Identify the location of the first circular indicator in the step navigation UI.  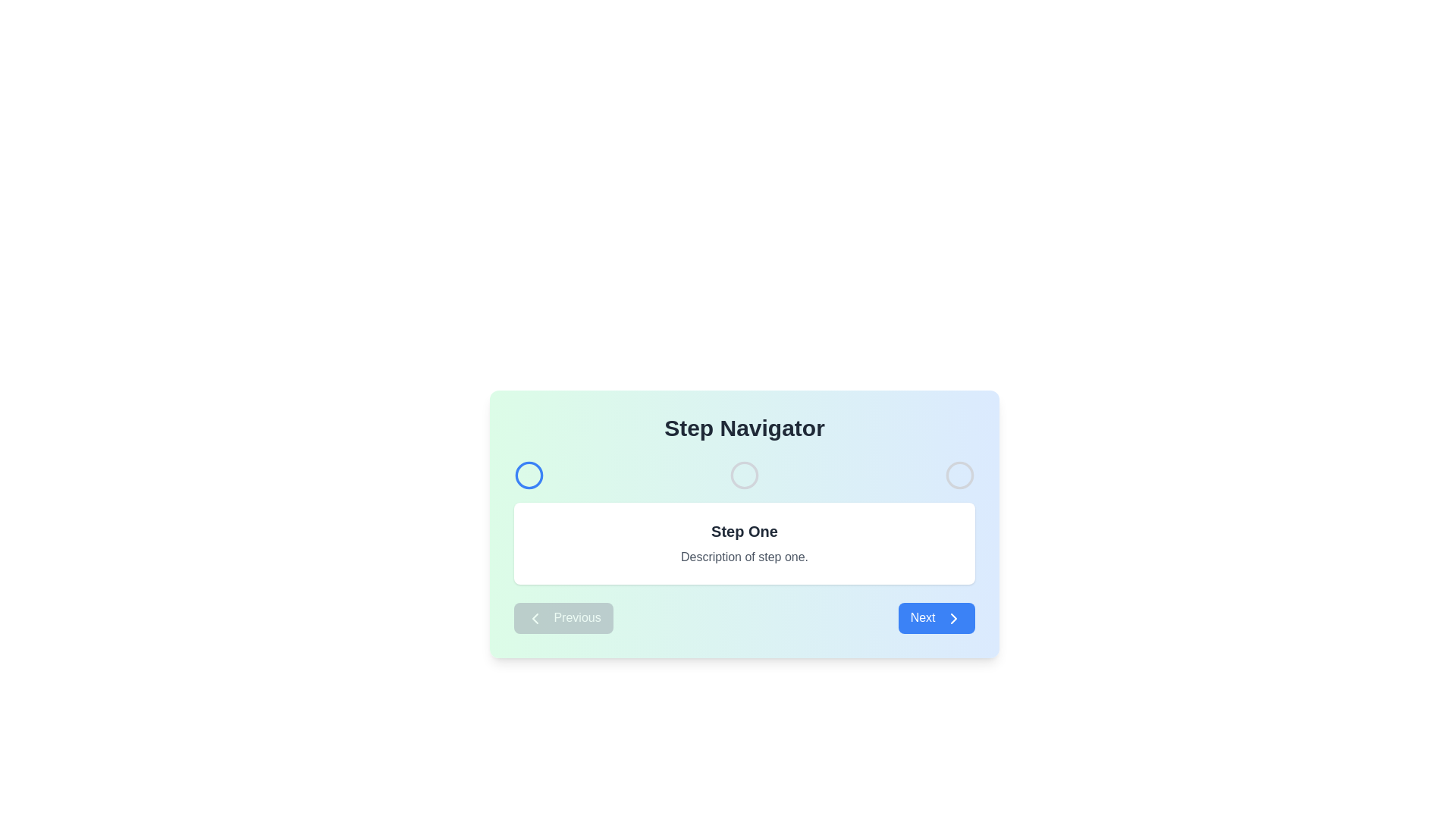
(529, 475).